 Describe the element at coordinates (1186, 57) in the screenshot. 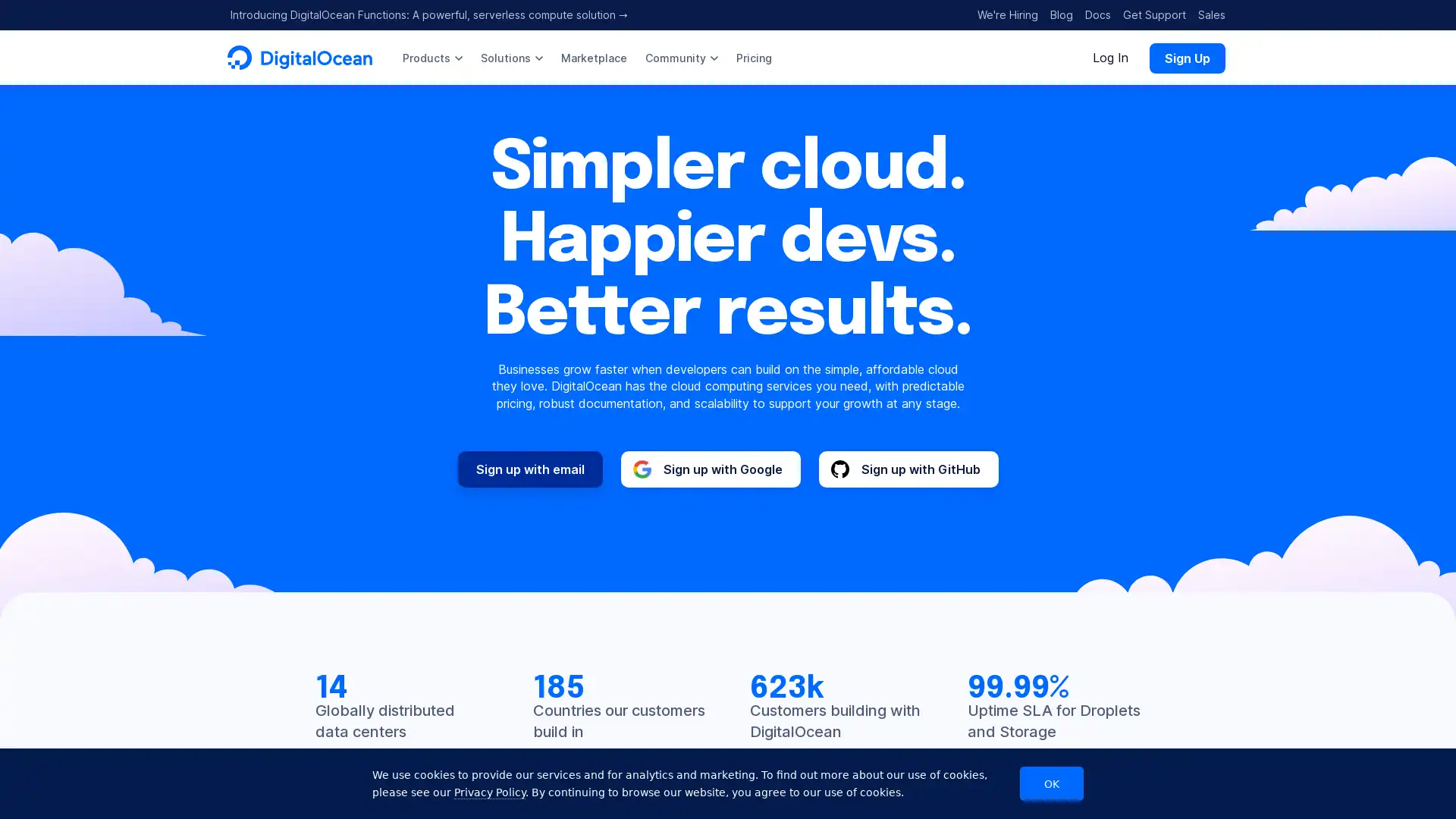

I see `Sign Up` at that location.